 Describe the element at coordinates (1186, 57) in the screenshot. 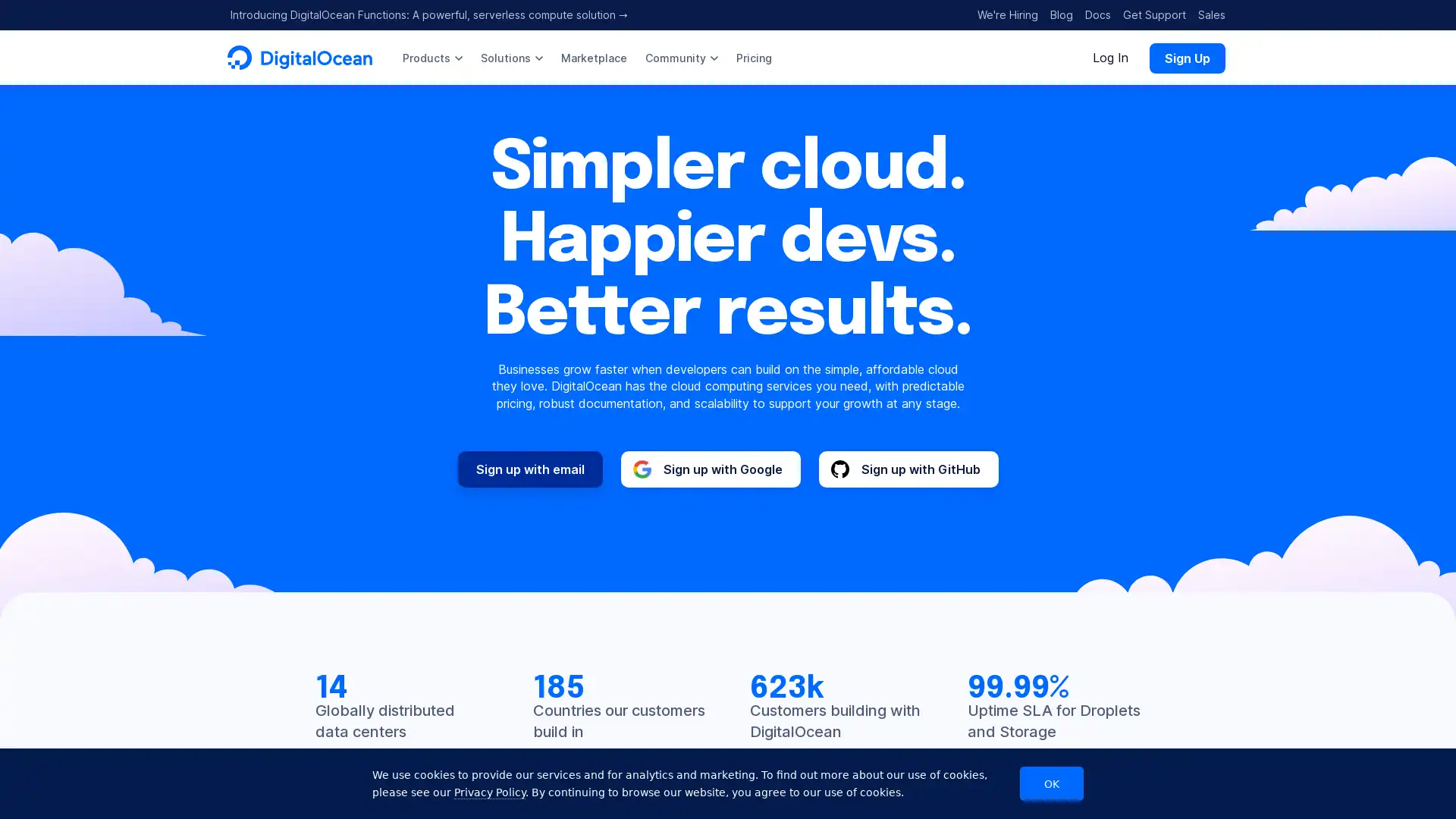

I see `Sign Up` at that location.